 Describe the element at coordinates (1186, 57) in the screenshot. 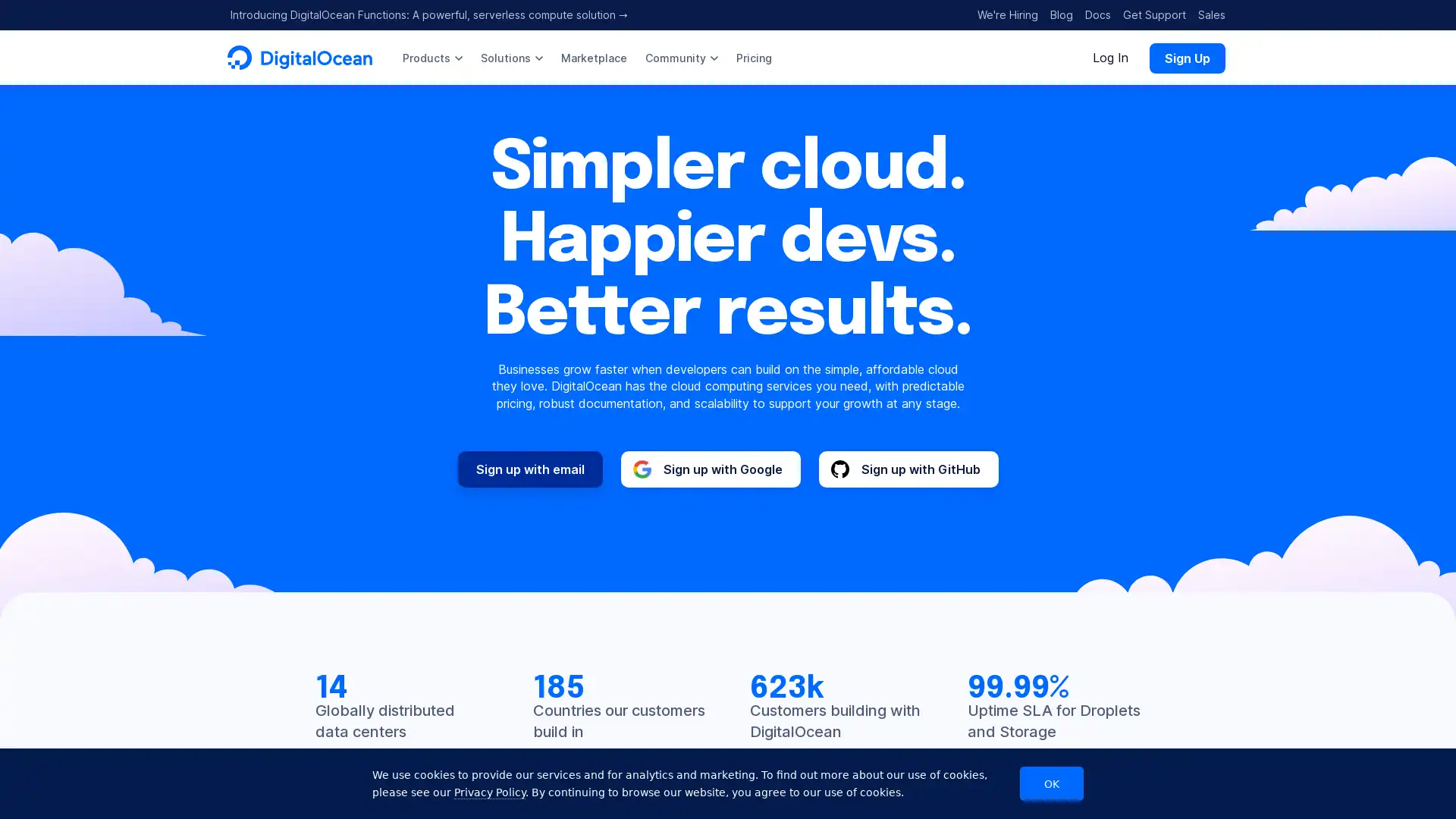

I see `Sign Up` at that location.